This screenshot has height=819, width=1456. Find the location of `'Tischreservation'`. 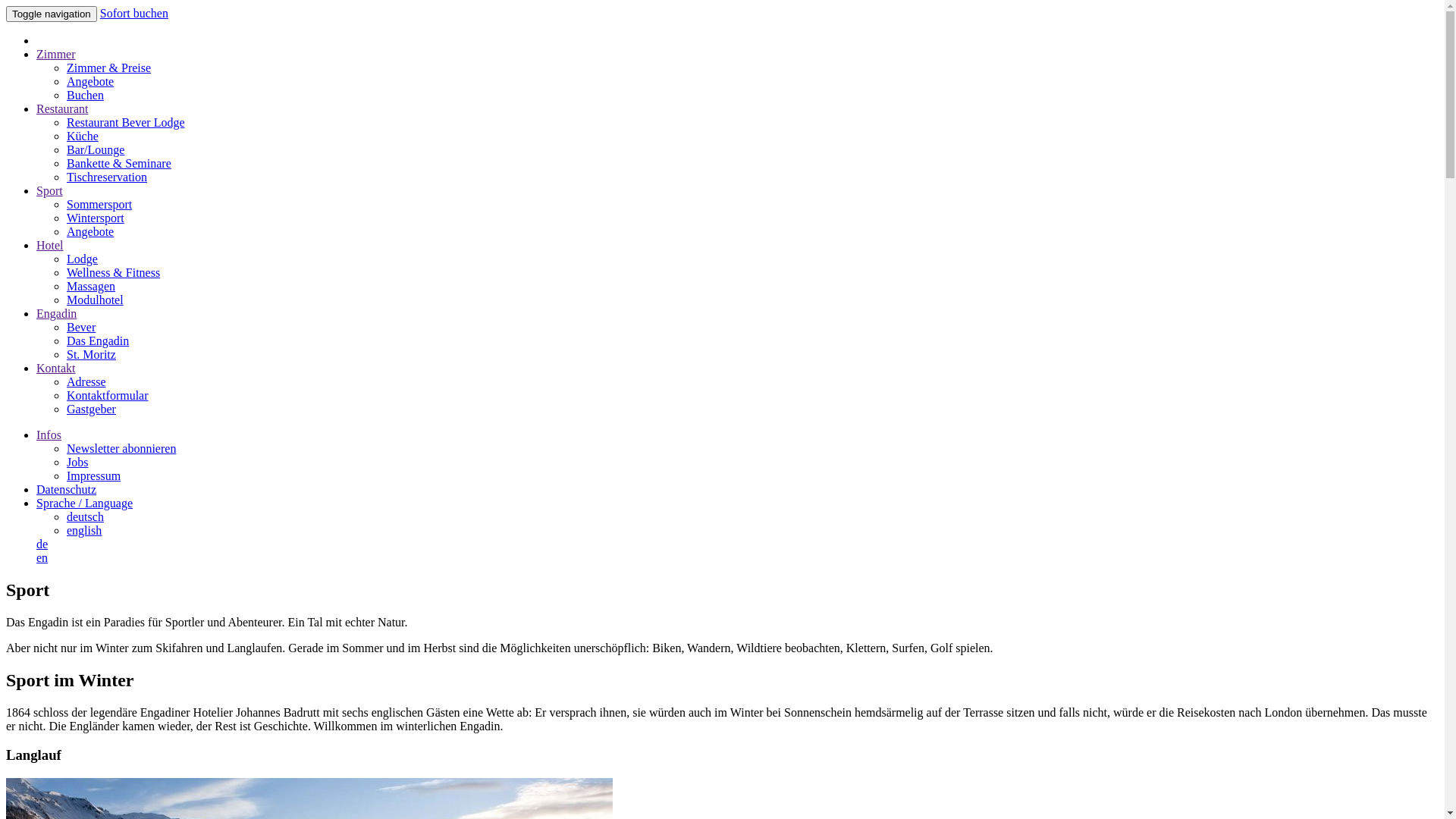

'Tischreservation' is located at coordinates (65, 176).